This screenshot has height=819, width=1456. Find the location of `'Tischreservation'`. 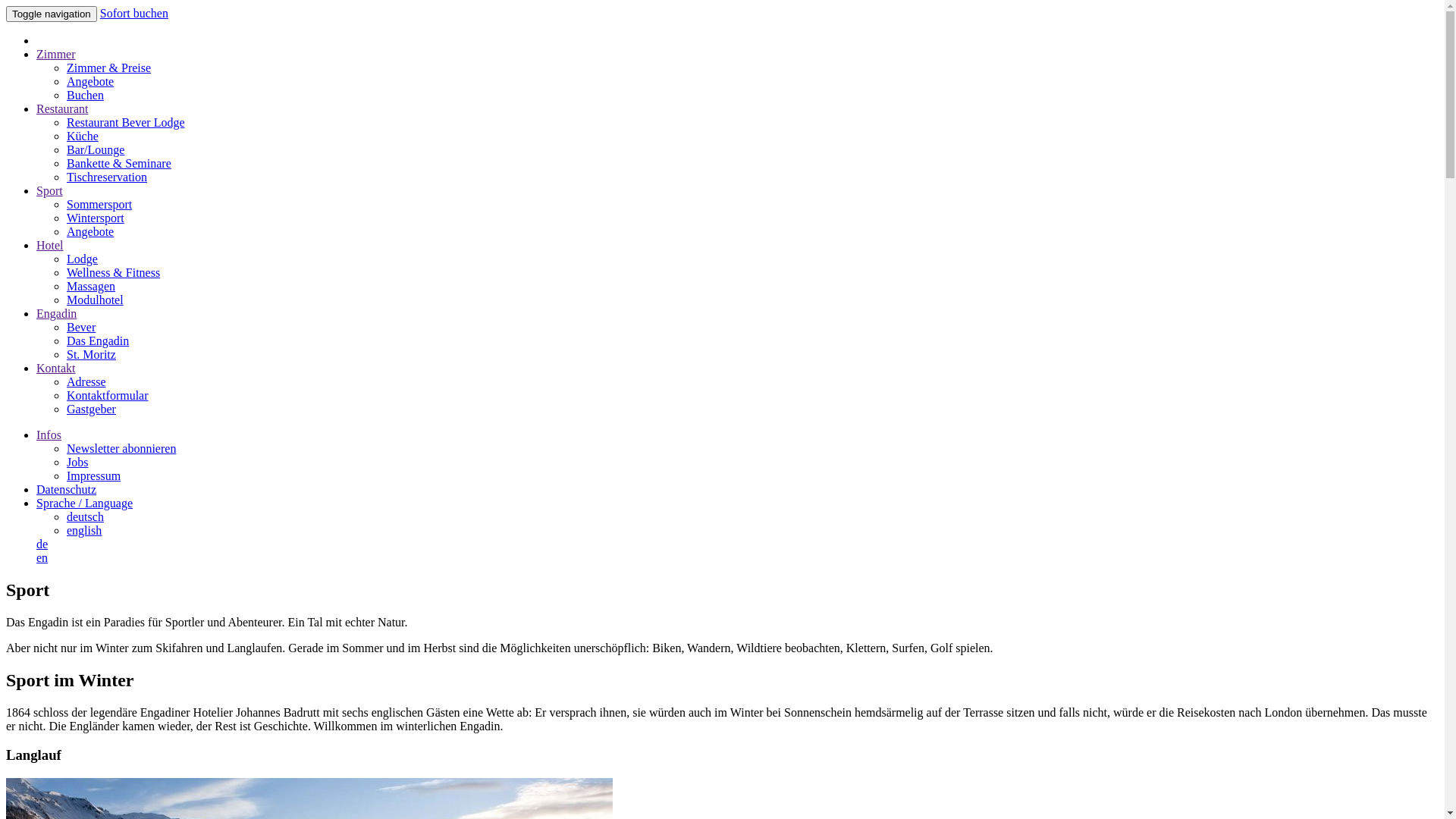

'Tischreservation' is located at coordinates (65, 176).